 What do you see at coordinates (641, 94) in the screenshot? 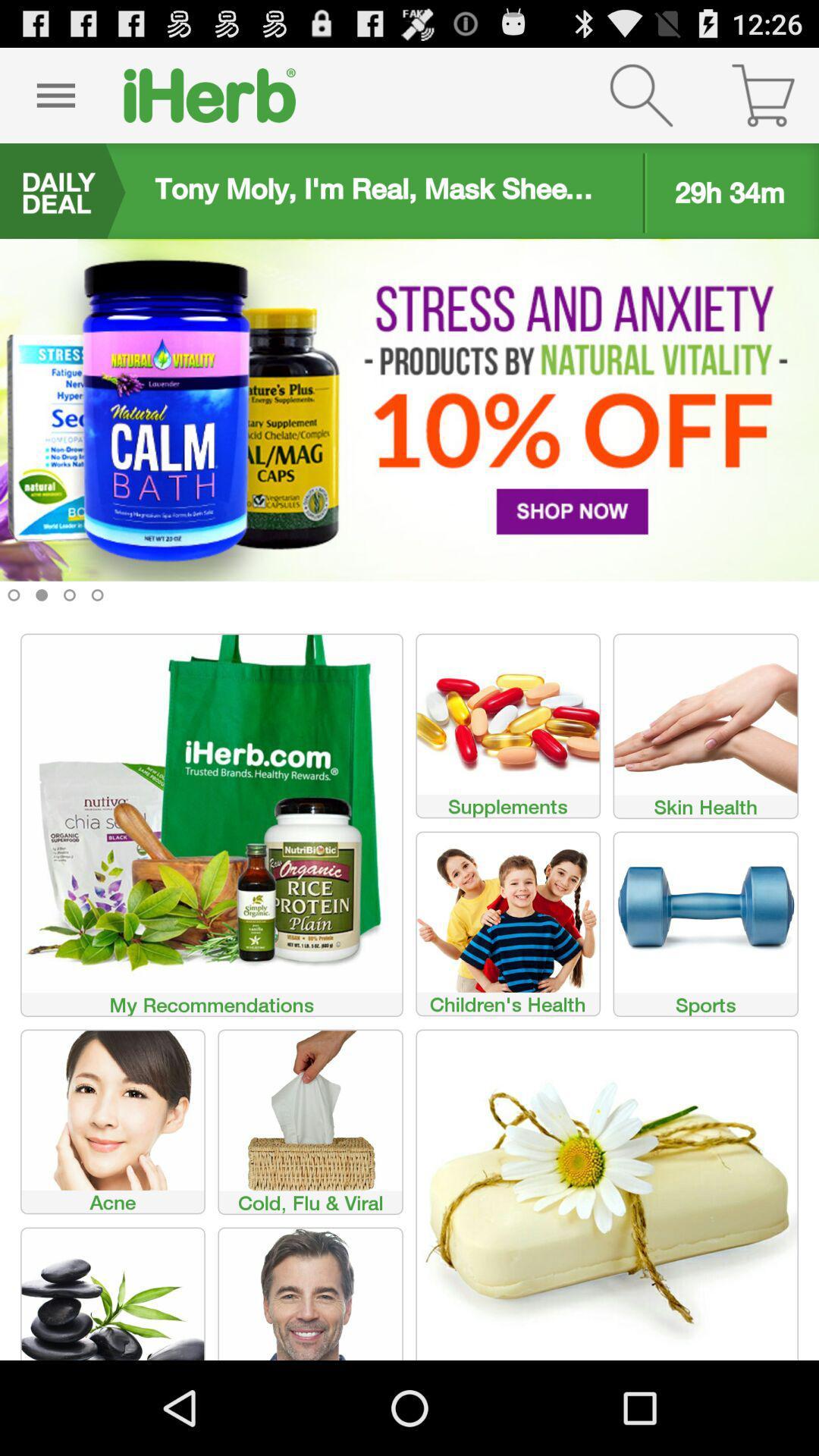
I see `search box` at bounding box center [641, 94].